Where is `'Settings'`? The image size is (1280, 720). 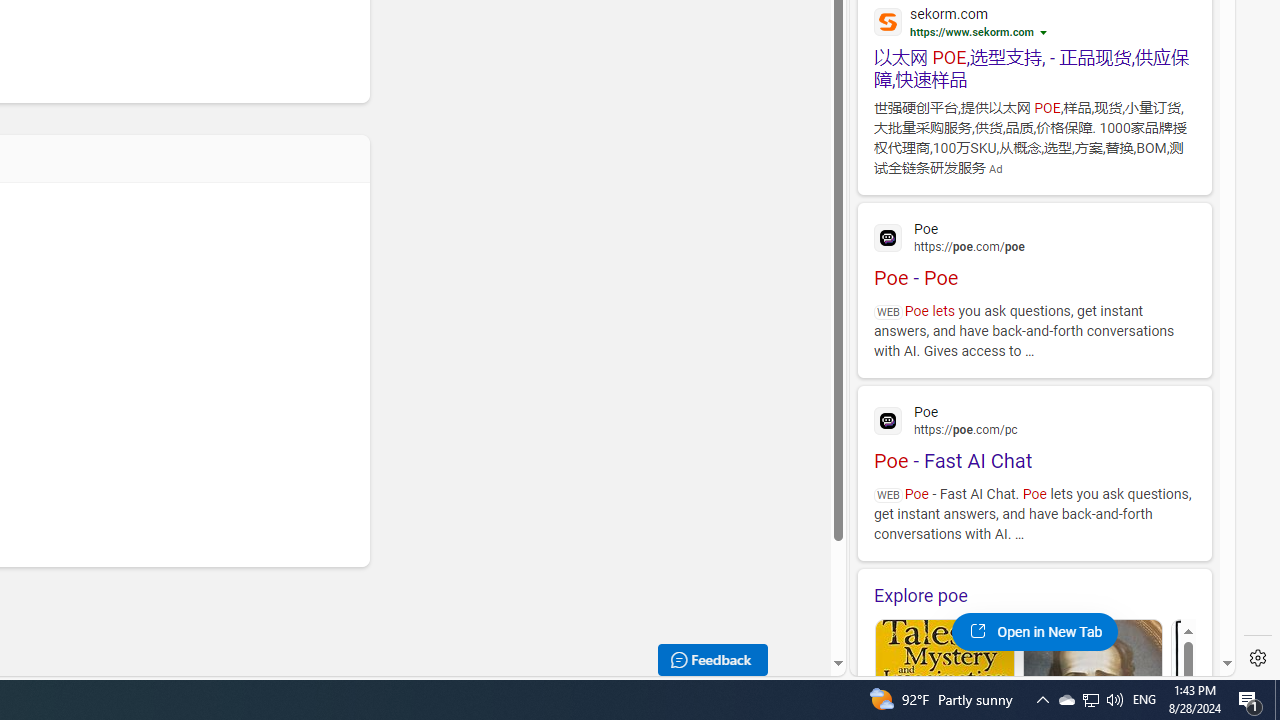 'Settings' is located at coordinates (1257, 658).